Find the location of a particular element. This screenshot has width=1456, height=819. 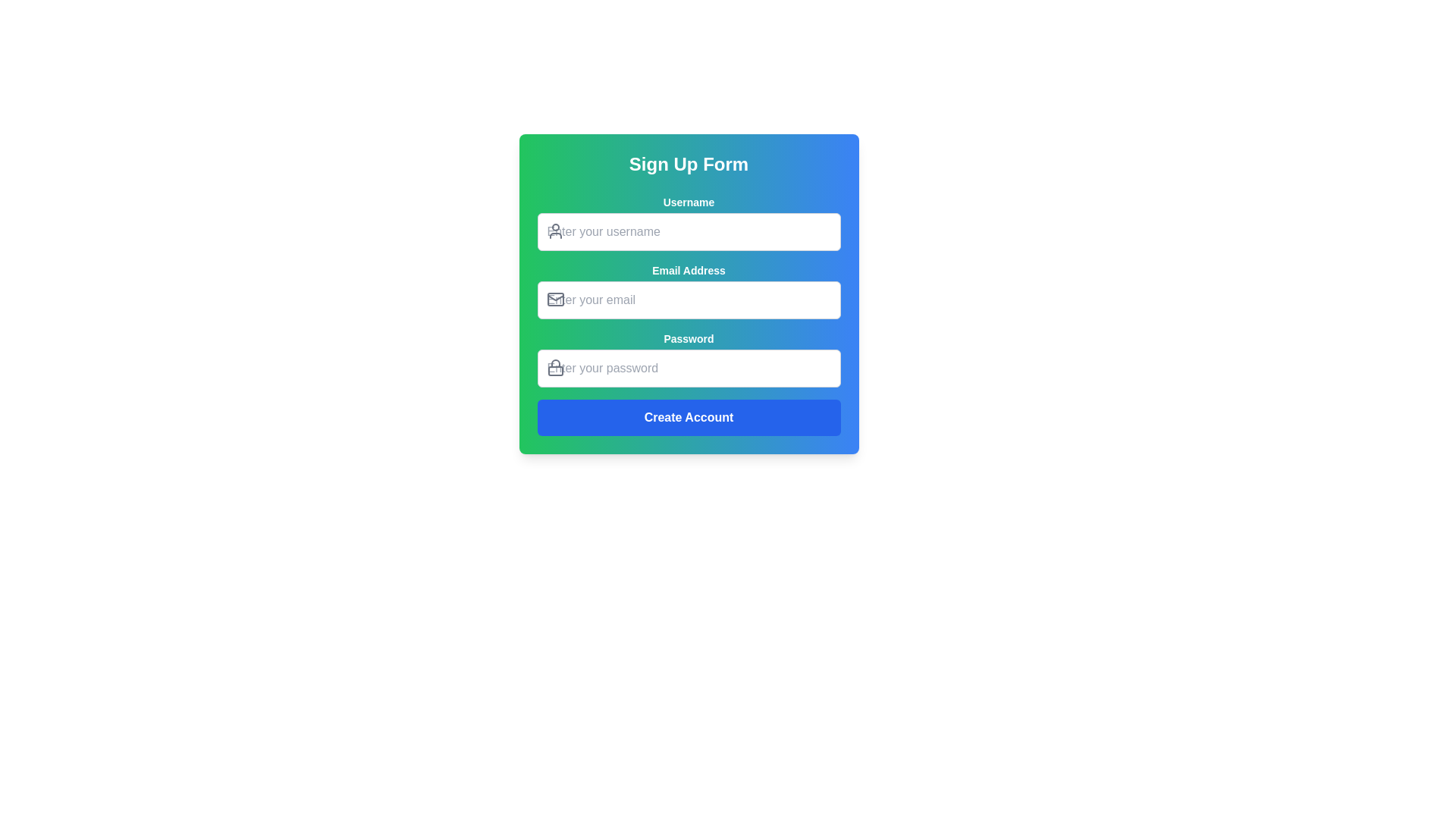

the 'Username' text label, which is styled with a small, bold, white font and positioned at the top-center of the sign-up form, directly above the username input field is located at coordinates (688, 201).